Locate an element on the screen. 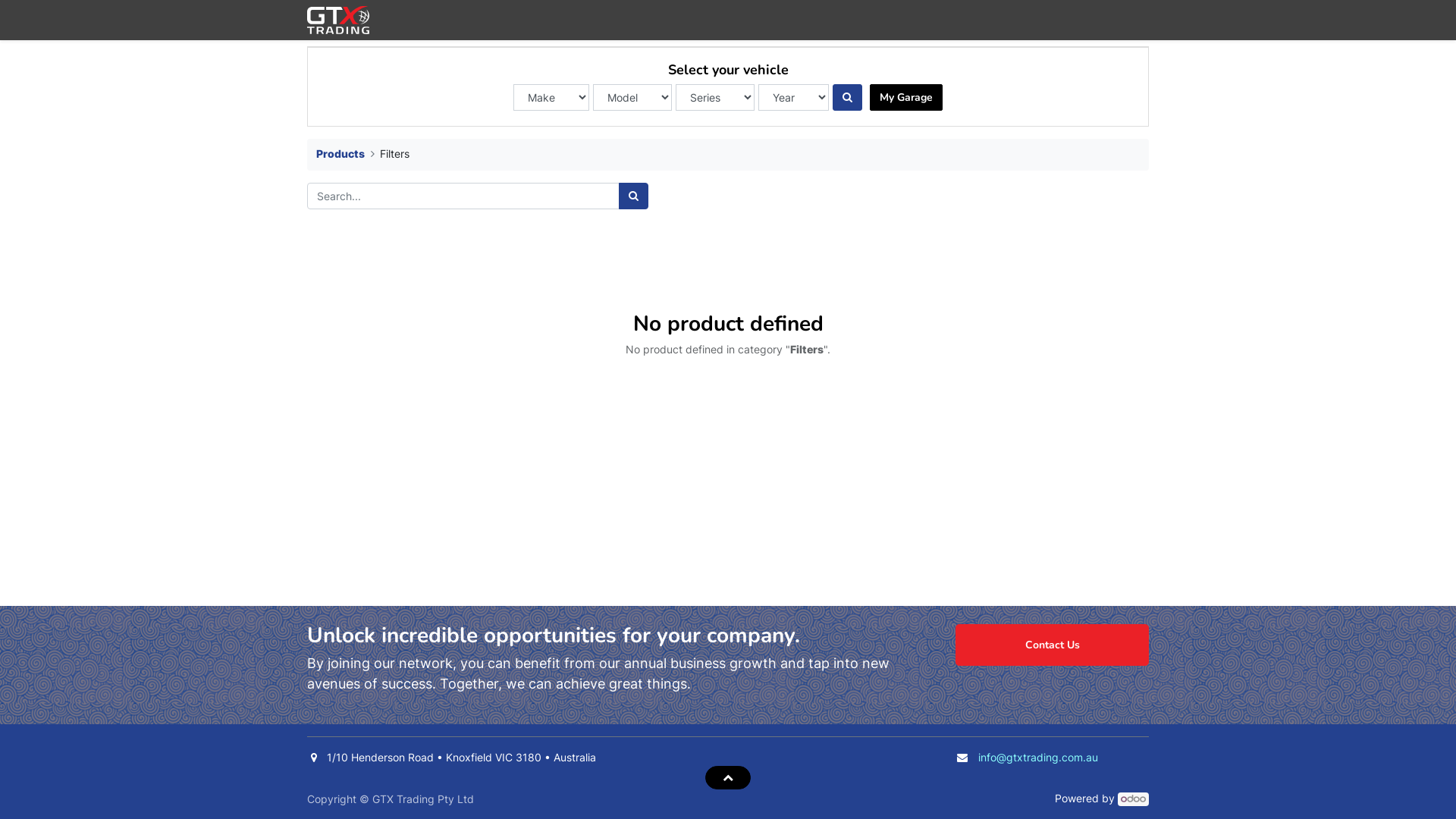  'Contact Us' is located at coordinates (1051, 645).